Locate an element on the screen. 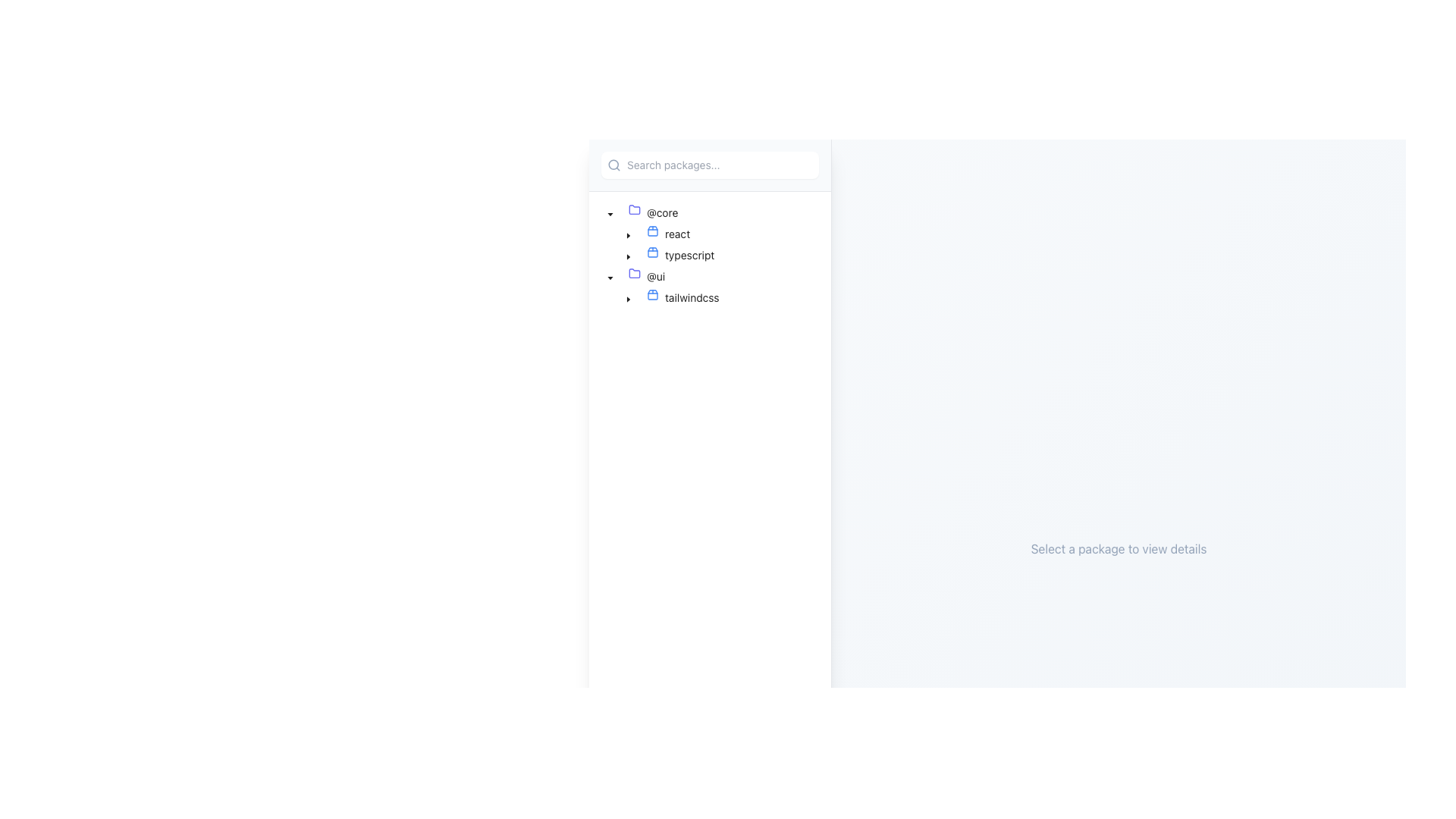 This screenshot has height=819, width=1456. the tree node labeled '@ui', which is indicated by an open folder icon and a down-pointing caret is located at coordinates (636, 277).